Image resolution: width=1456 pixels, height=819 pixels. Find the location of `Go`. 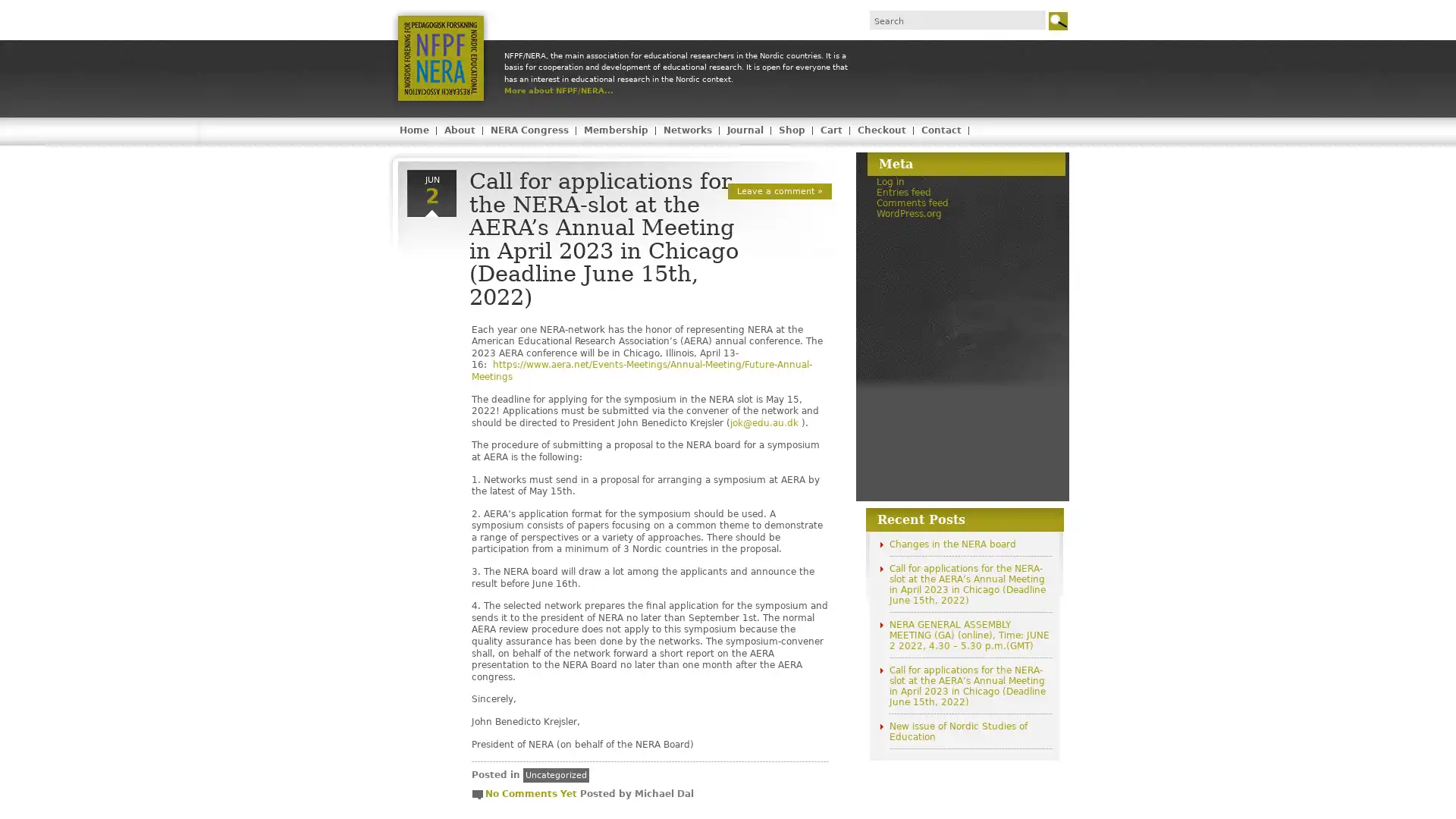

Go is located at coordinates (1057, 20).